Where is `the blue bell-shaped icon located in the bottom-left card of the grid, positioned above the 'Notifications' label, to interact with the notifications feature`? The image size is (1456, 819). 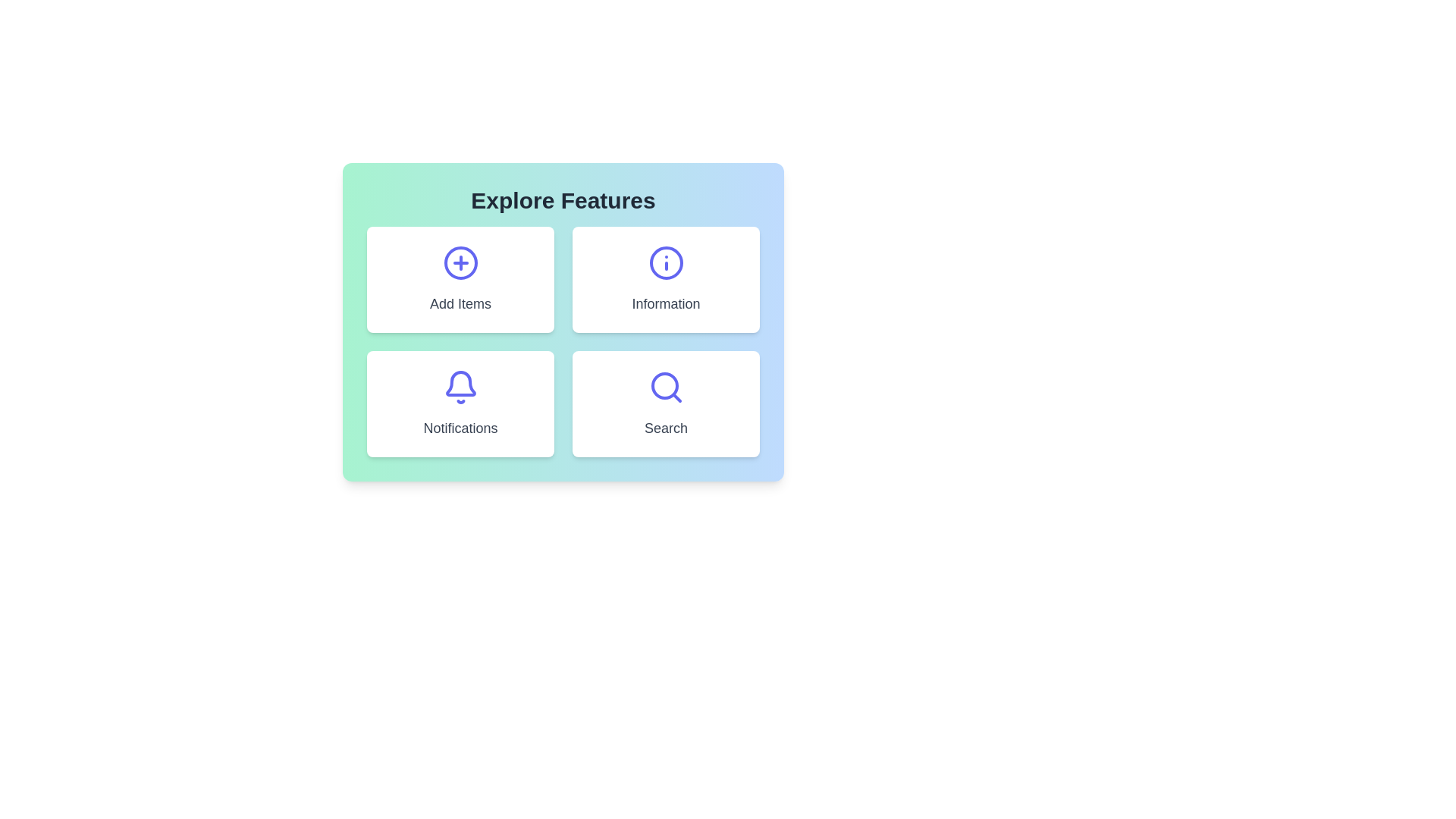
the blue bell-shaped icon located in the bottom-left card of the grid, positioned above the 'Notifications' label, to interact with the notifications feature is located at coordinates (460, 386).